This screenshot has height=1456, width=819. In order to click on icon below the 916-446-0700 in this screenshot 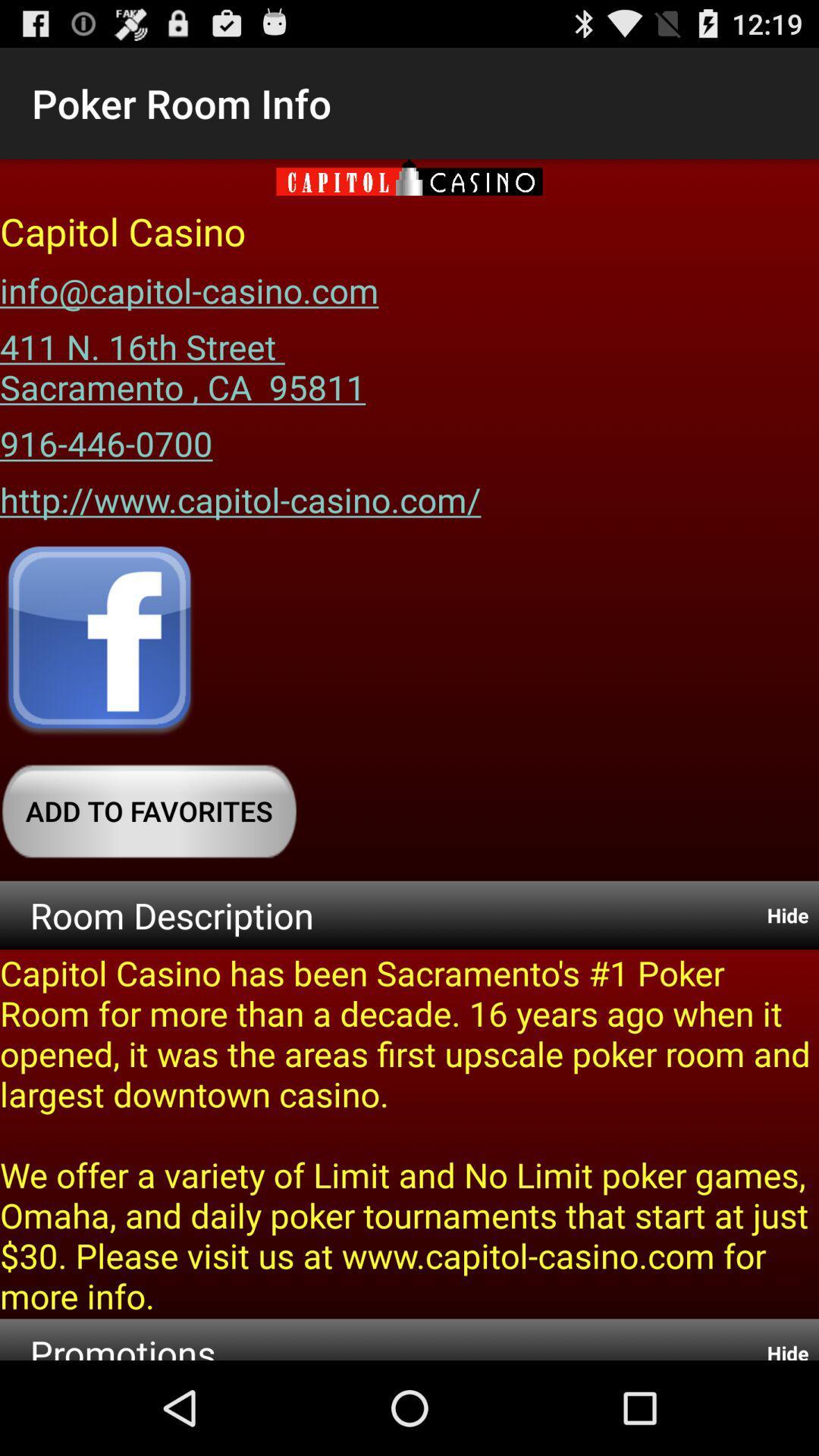, I will do `click(240, 494)`.